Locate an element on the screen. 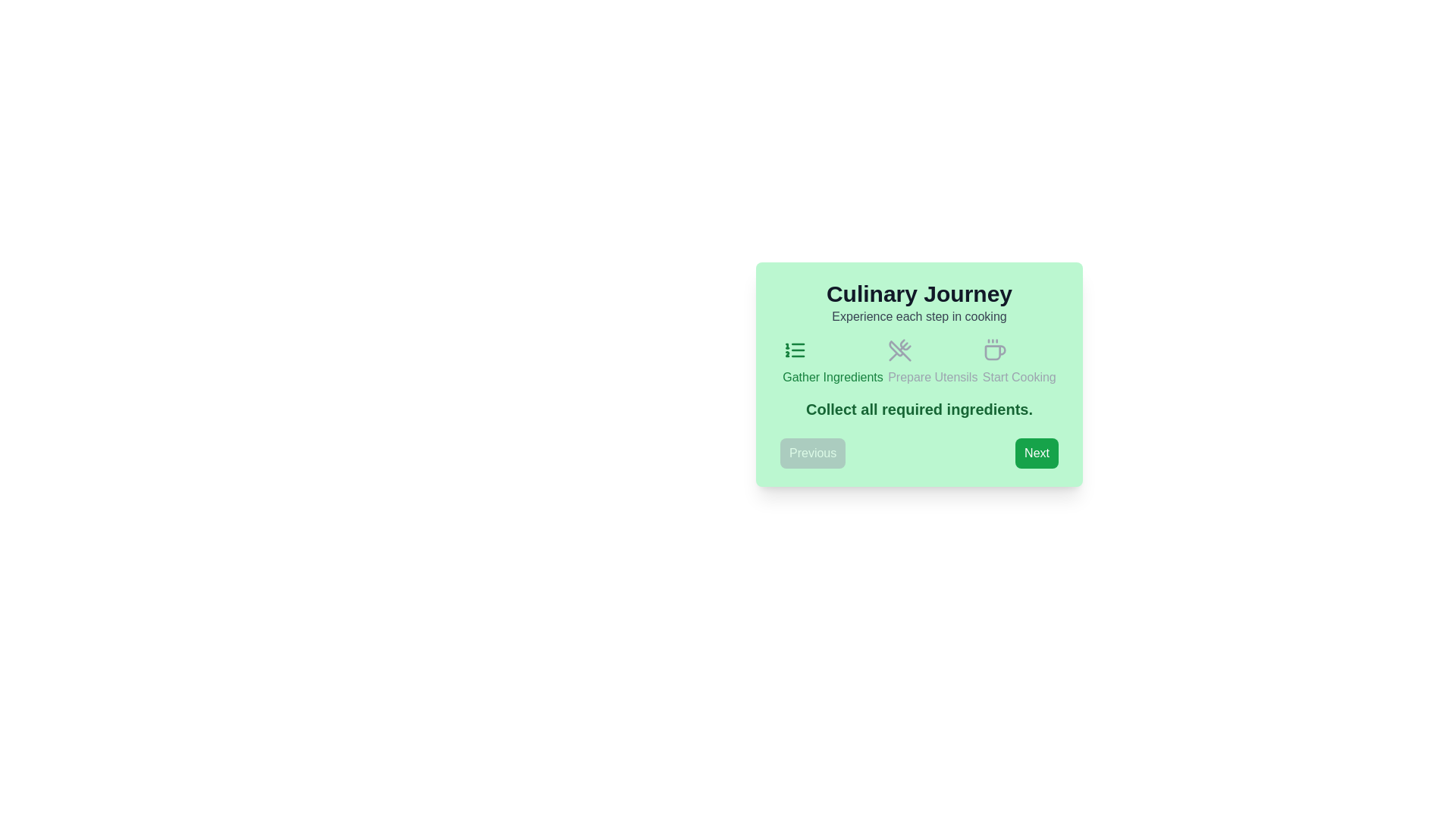  'Next' button to navigate to the next step is located at coordinates (1036, 452).